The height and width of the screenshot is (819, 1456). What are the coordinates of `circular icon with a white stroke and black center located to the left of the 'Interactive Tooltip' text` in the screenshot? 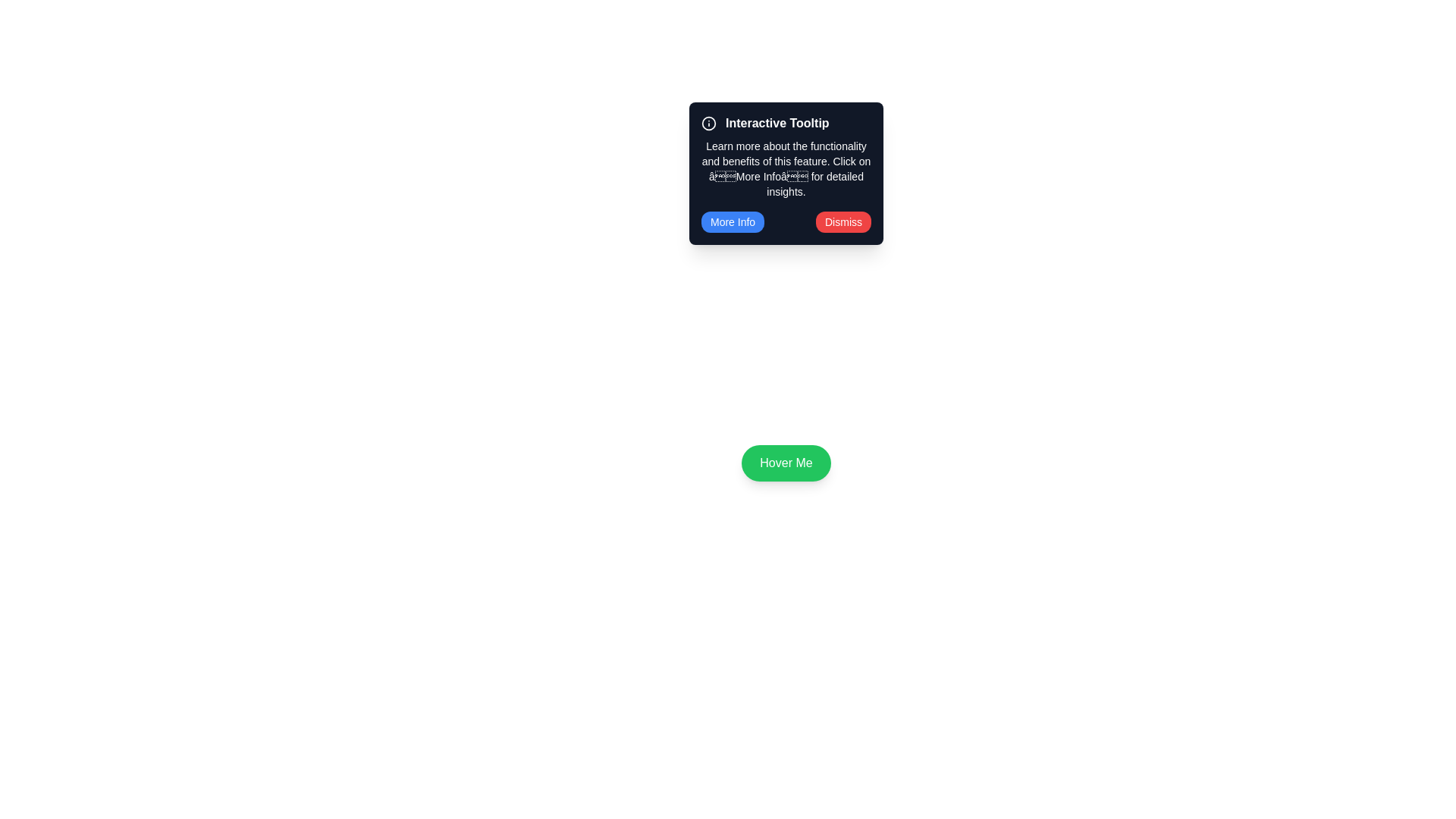 It's located at (708, 122).